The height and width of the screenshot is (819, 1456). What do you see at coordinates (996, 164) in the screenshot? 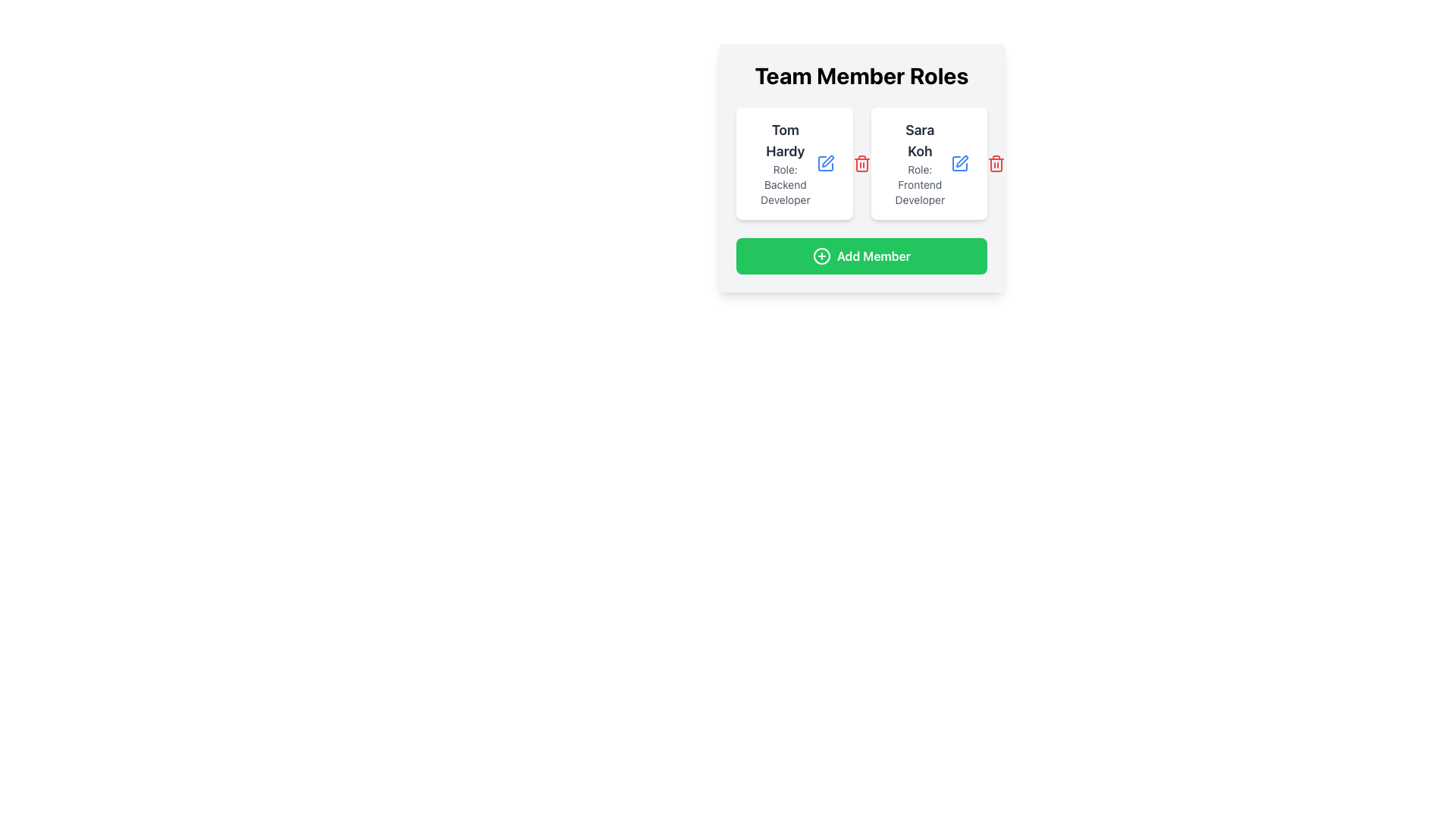
I see `the red trash can icon button located in the bottom-right corner of the card labeled 'Sara Koh'` at bounding box center [996, 164].